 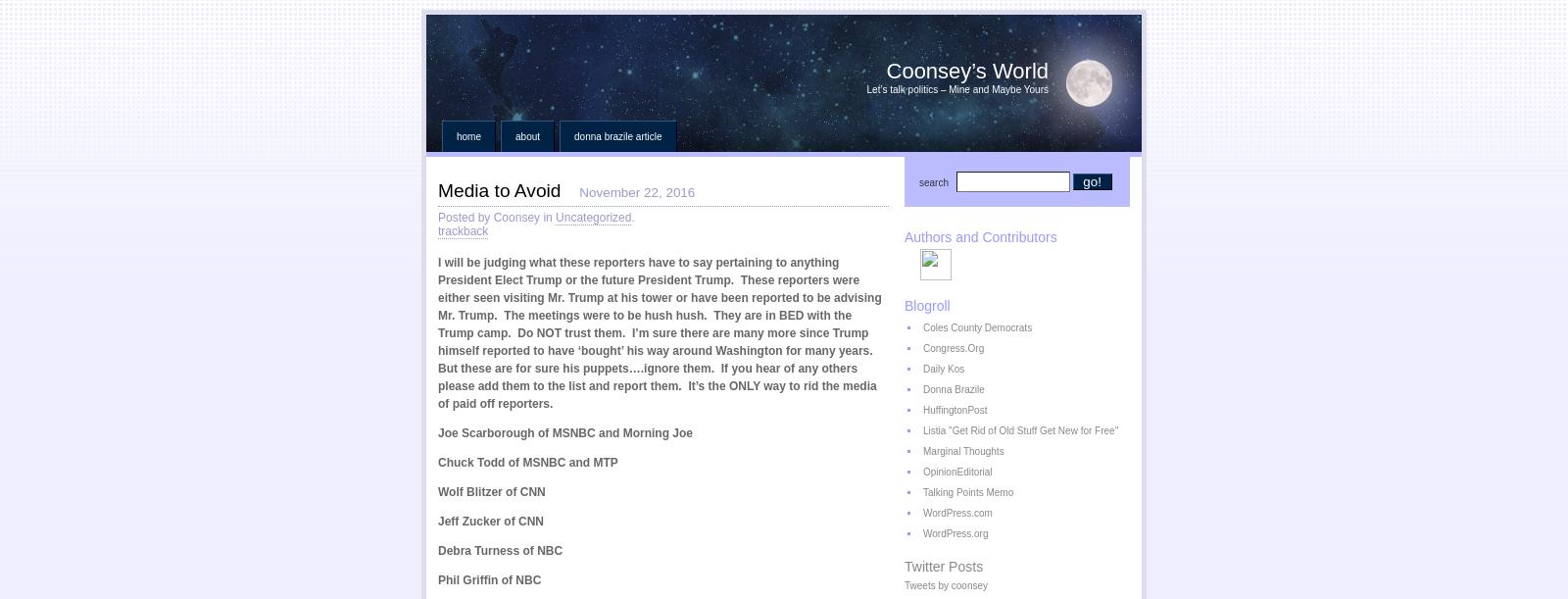 I want to click on 'Joe Scarborough of MSNBC and Morning Joe', so click(x=563, y=431).